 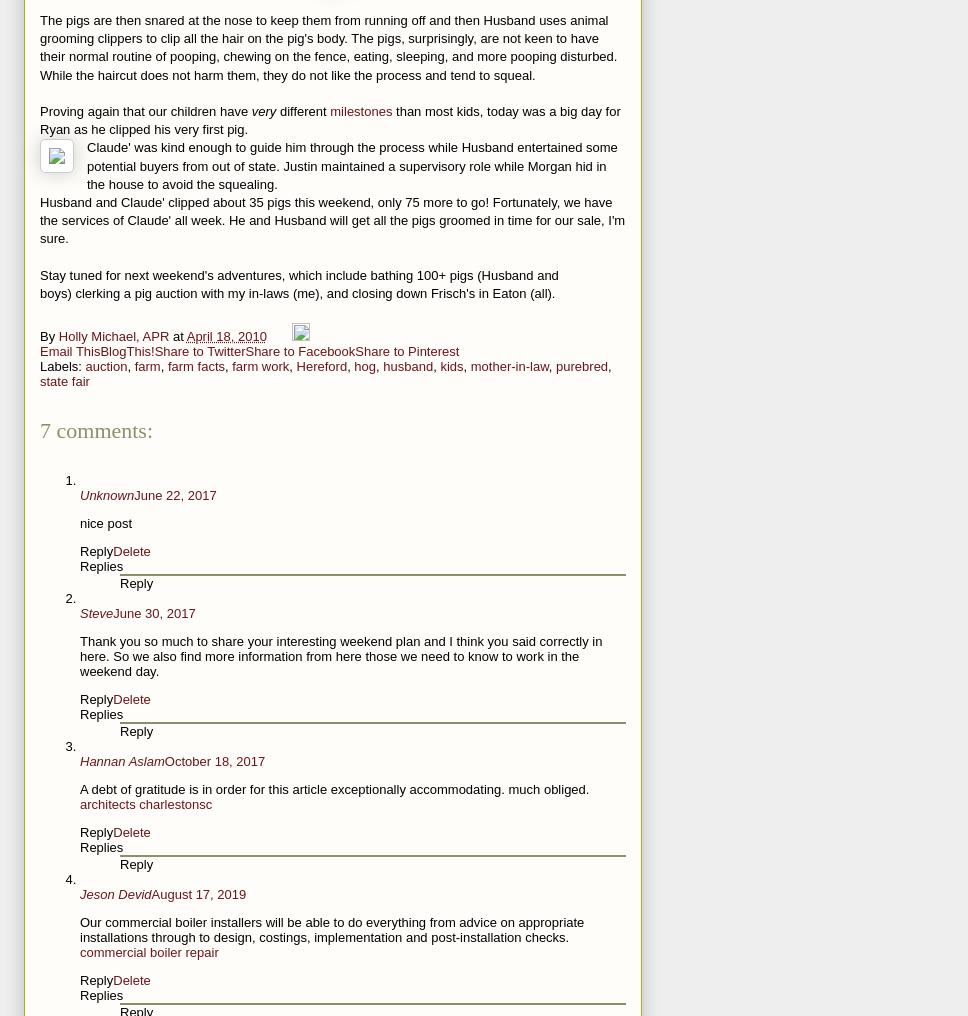 What do you see at coordinates (172, 335) in the screenshot?
I see `'at'` at bounding box center [172, 335].